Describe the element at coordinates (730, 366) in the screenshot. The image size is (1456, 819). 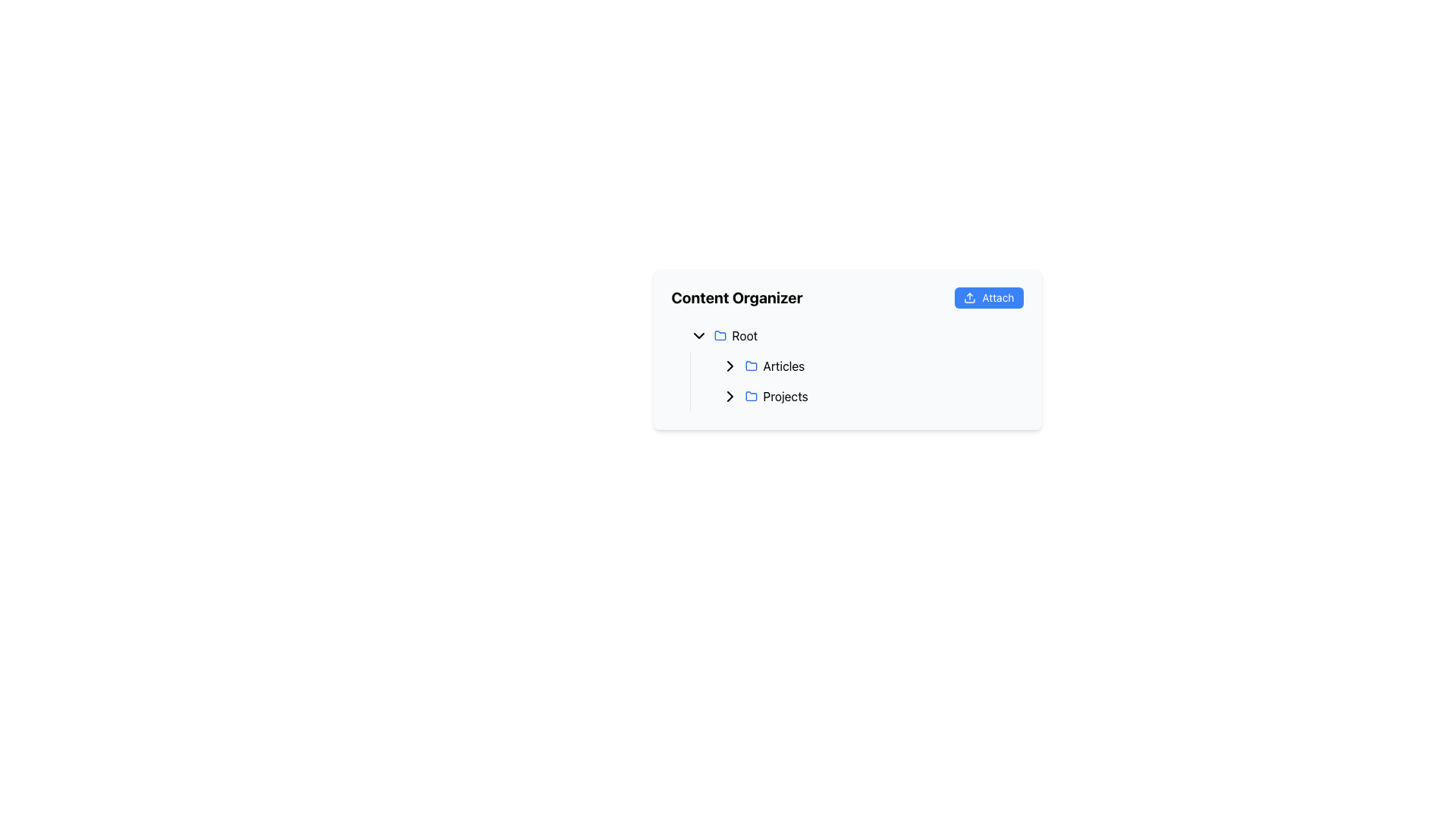
I see `the icon located to the left of the folder icon and the text 'Articles'` at that location.